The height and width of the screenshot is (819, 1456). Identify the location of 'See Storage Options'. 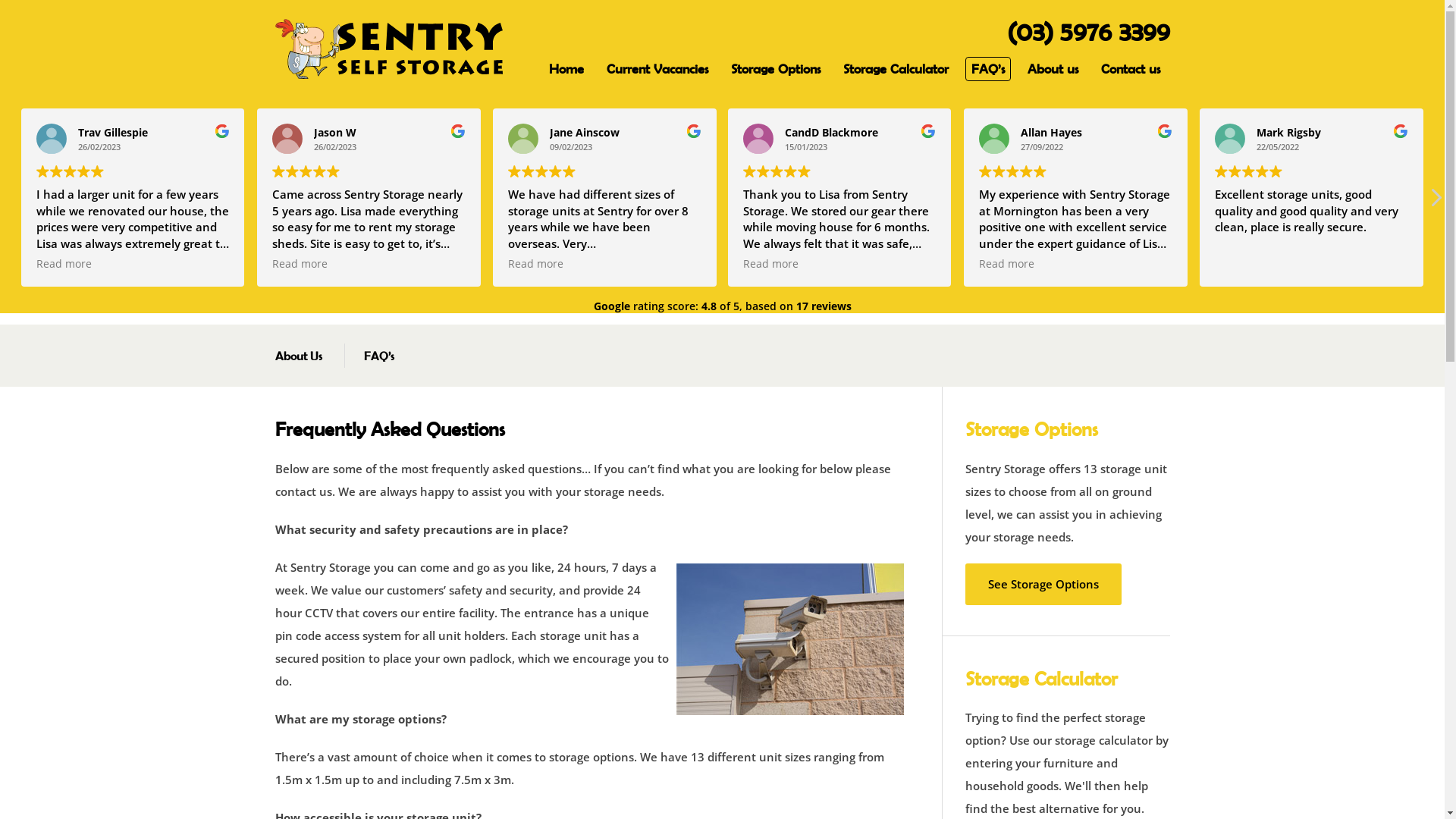
(1041, 583).